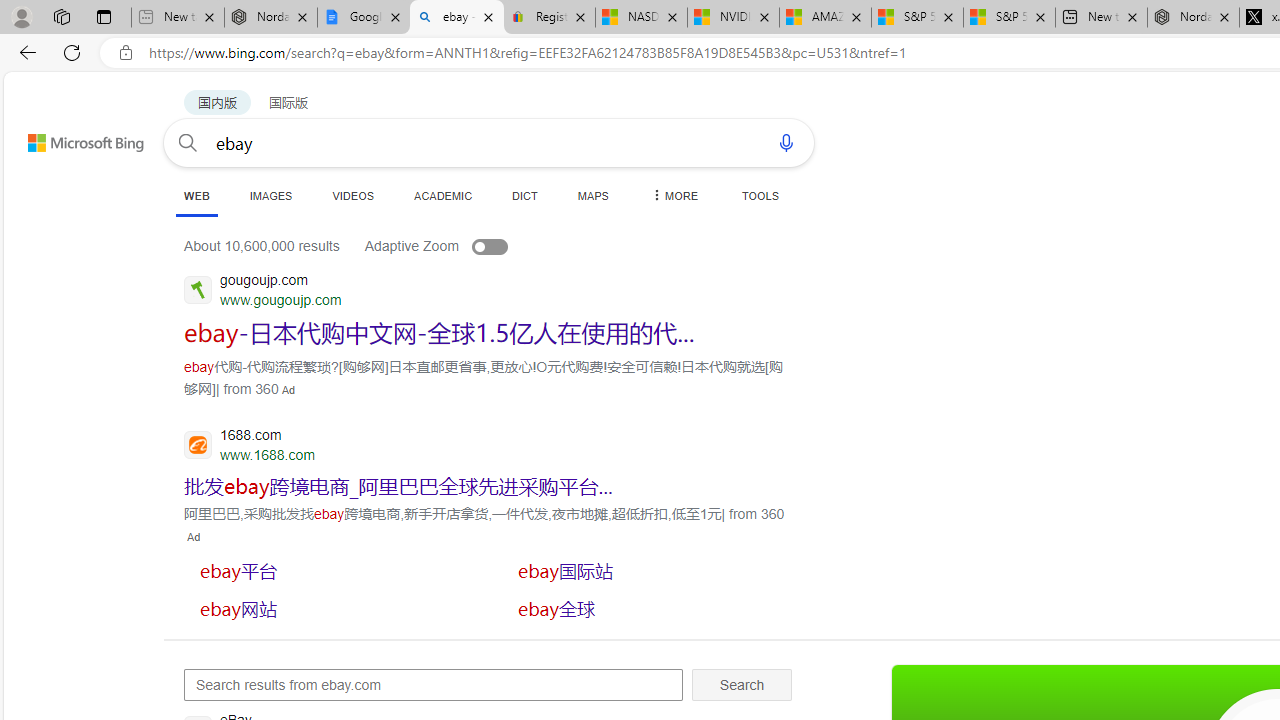 The height and width of the screenshot is (720, 1280). Describe the element at coordinates (197, 197) in the screenshot. I see `'WEB'` at that location.